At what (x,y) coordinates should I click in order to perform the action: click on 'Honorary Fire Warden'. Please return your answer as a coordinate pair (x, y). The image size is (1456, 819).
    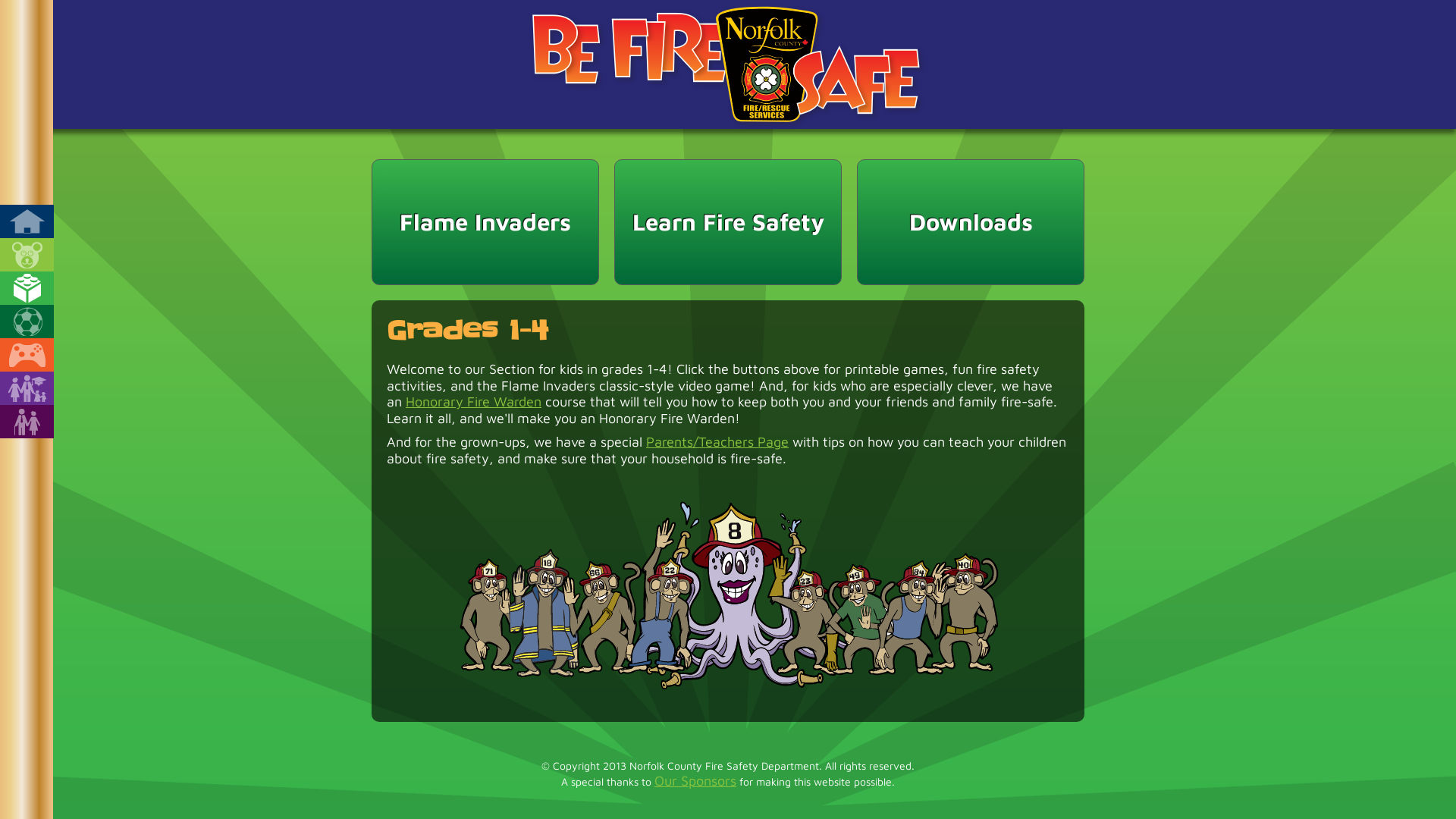
    Looking at the image, I should click on (472, 400).